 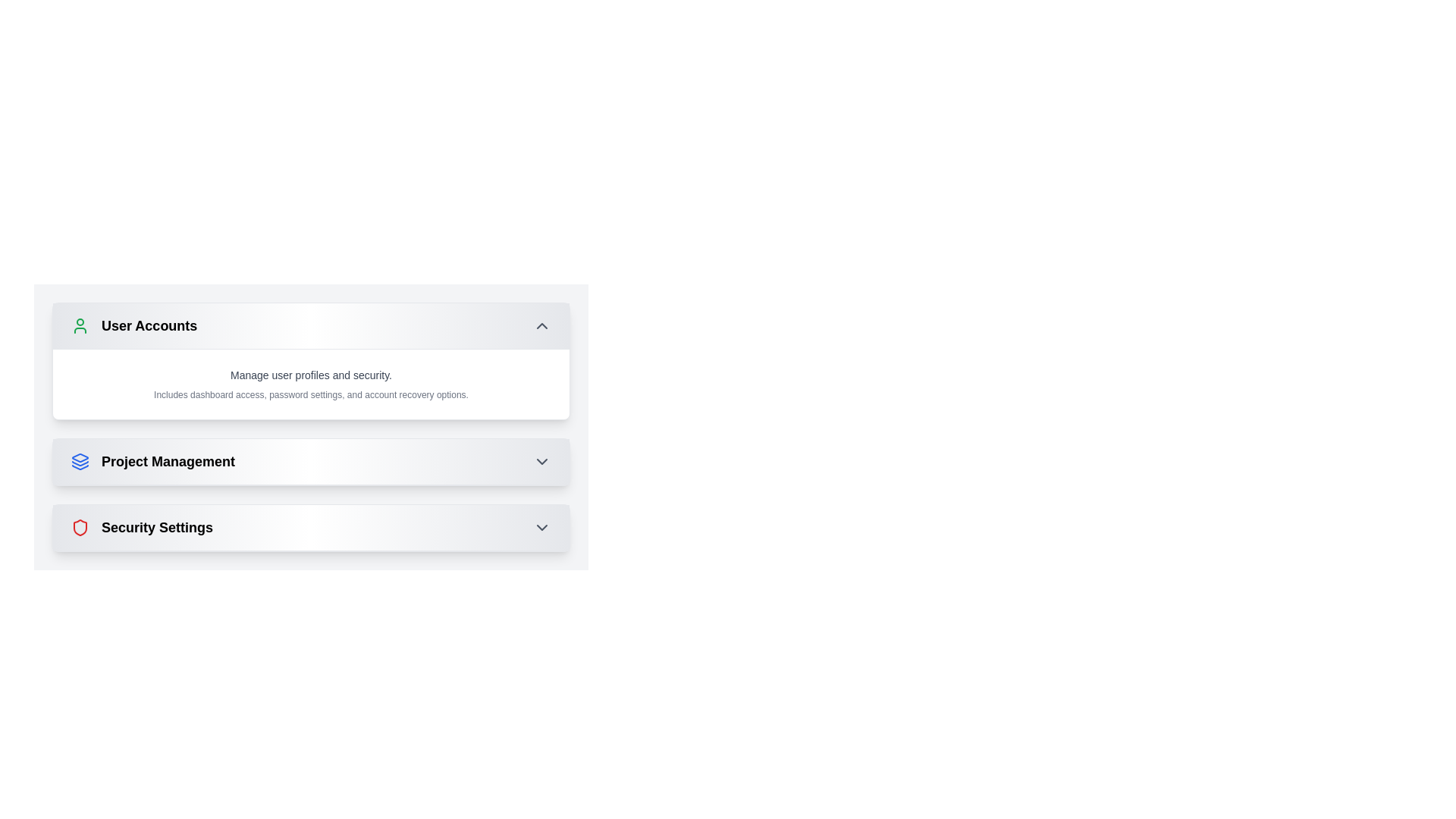 I want to click on text of the label that serves as the title for the 'Project Management' section, which is positioned to the left of the chevron-down icon and below the 'User Accounts' section, so click(x=152, y=461).